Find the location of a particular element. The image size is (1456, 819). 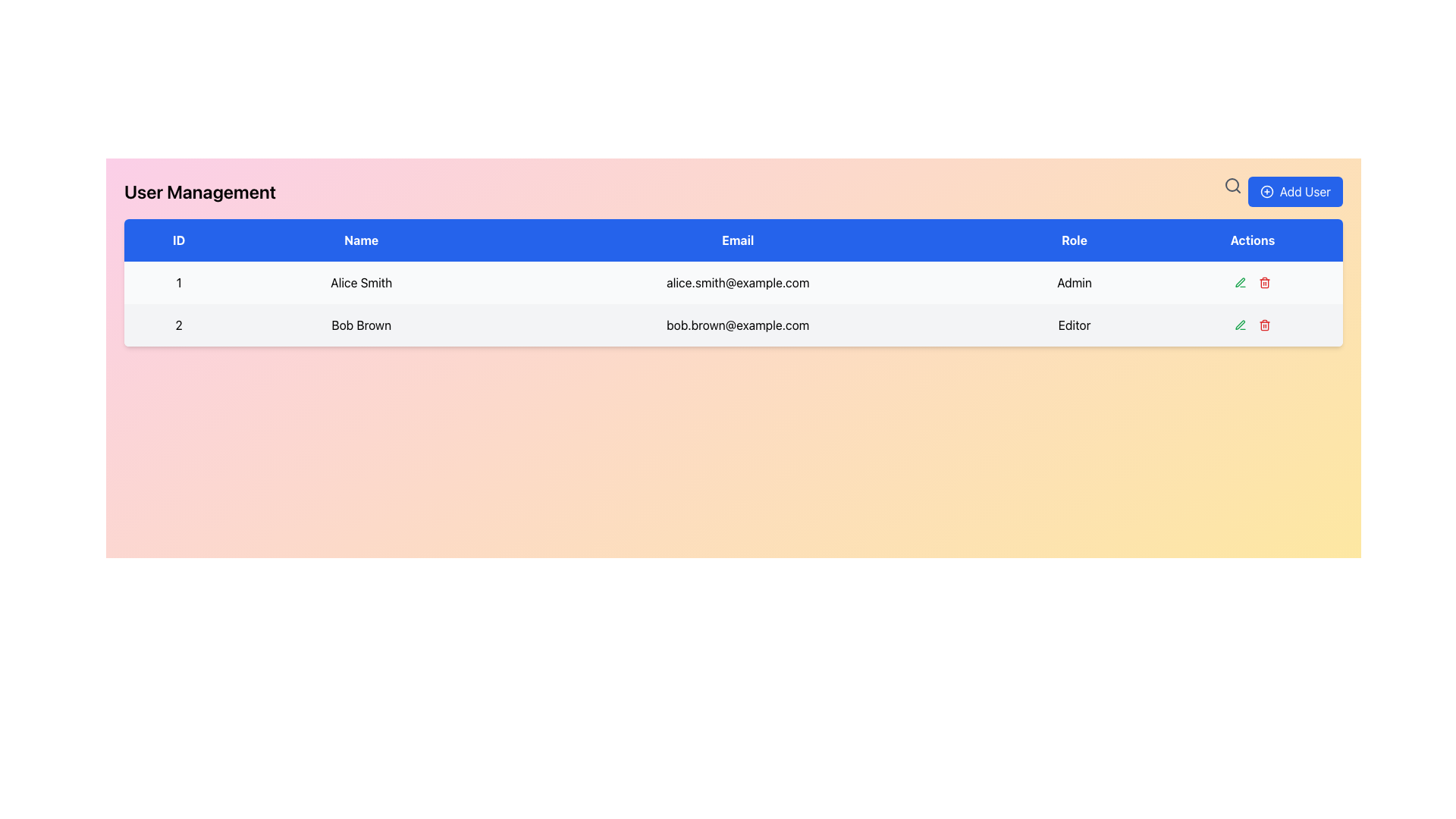

the 'Name' column header cell in the blue header row of the table, which is located between the 'ID' and 'Email' headers is located at coordinates (360, 239).